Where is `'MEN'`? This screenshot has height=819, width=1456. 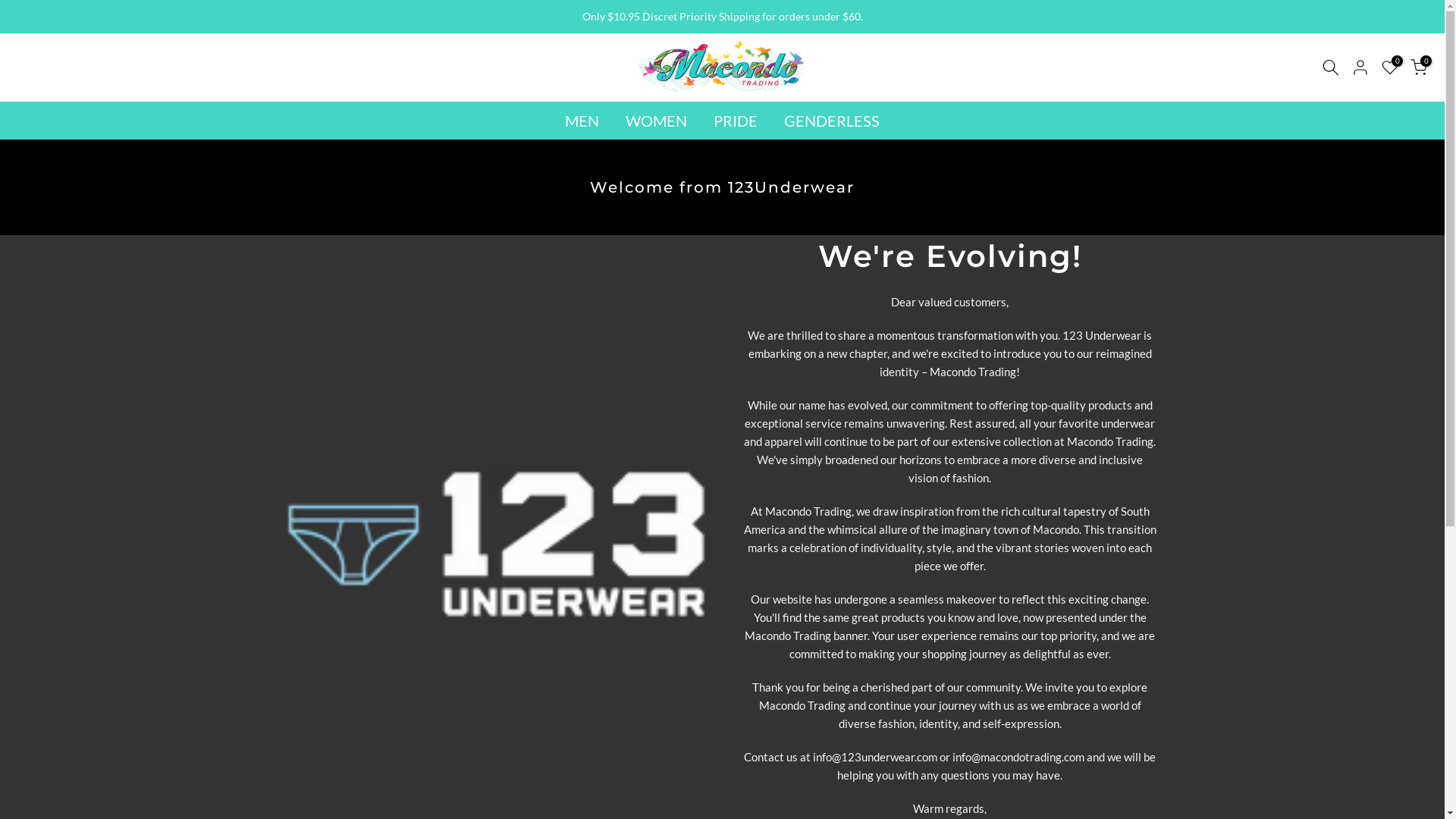
'MEN' is located at coordinates (582, 119).